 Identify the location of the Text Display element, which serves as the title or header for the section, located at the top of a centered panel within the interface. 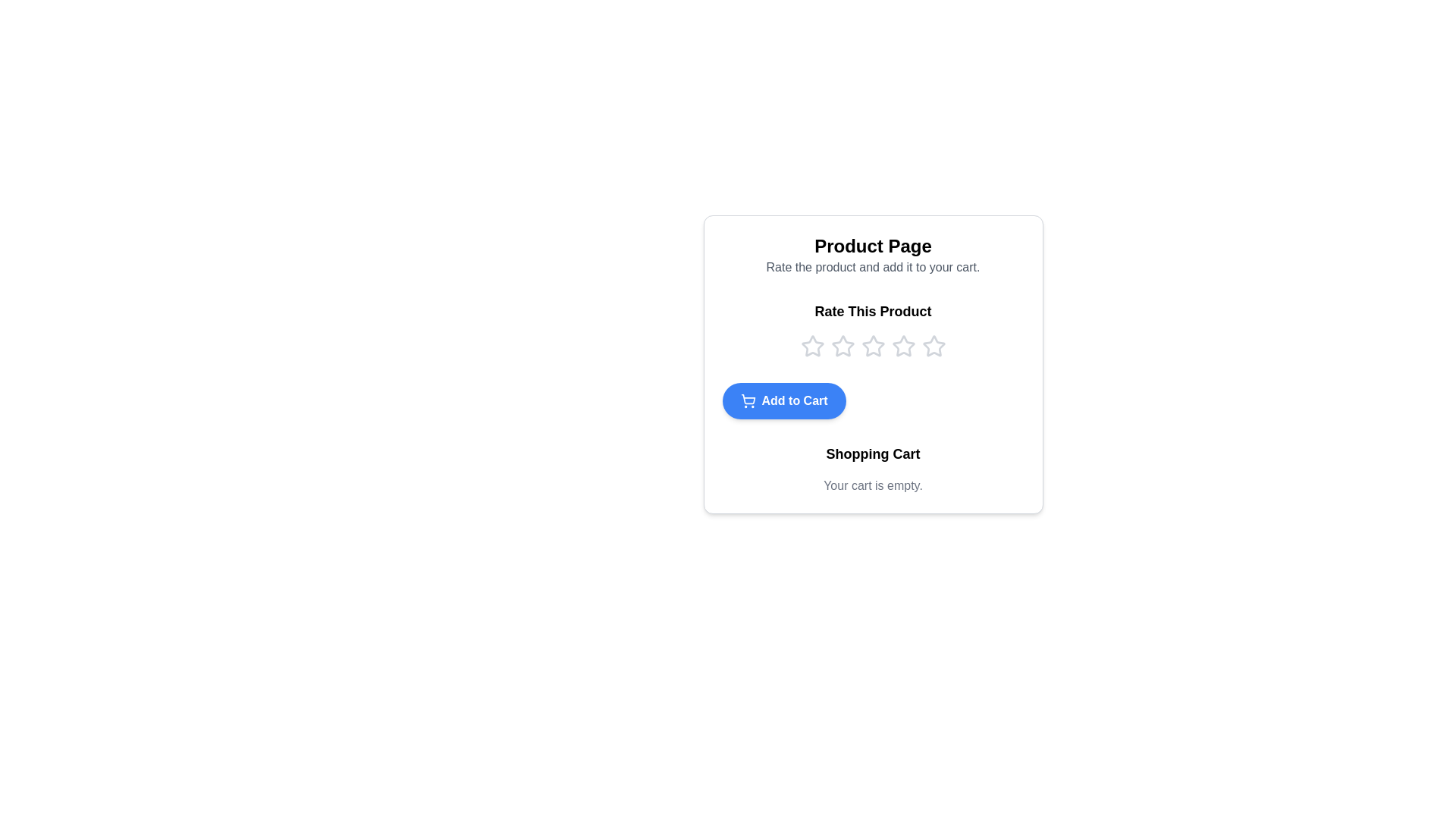
(873, 245).